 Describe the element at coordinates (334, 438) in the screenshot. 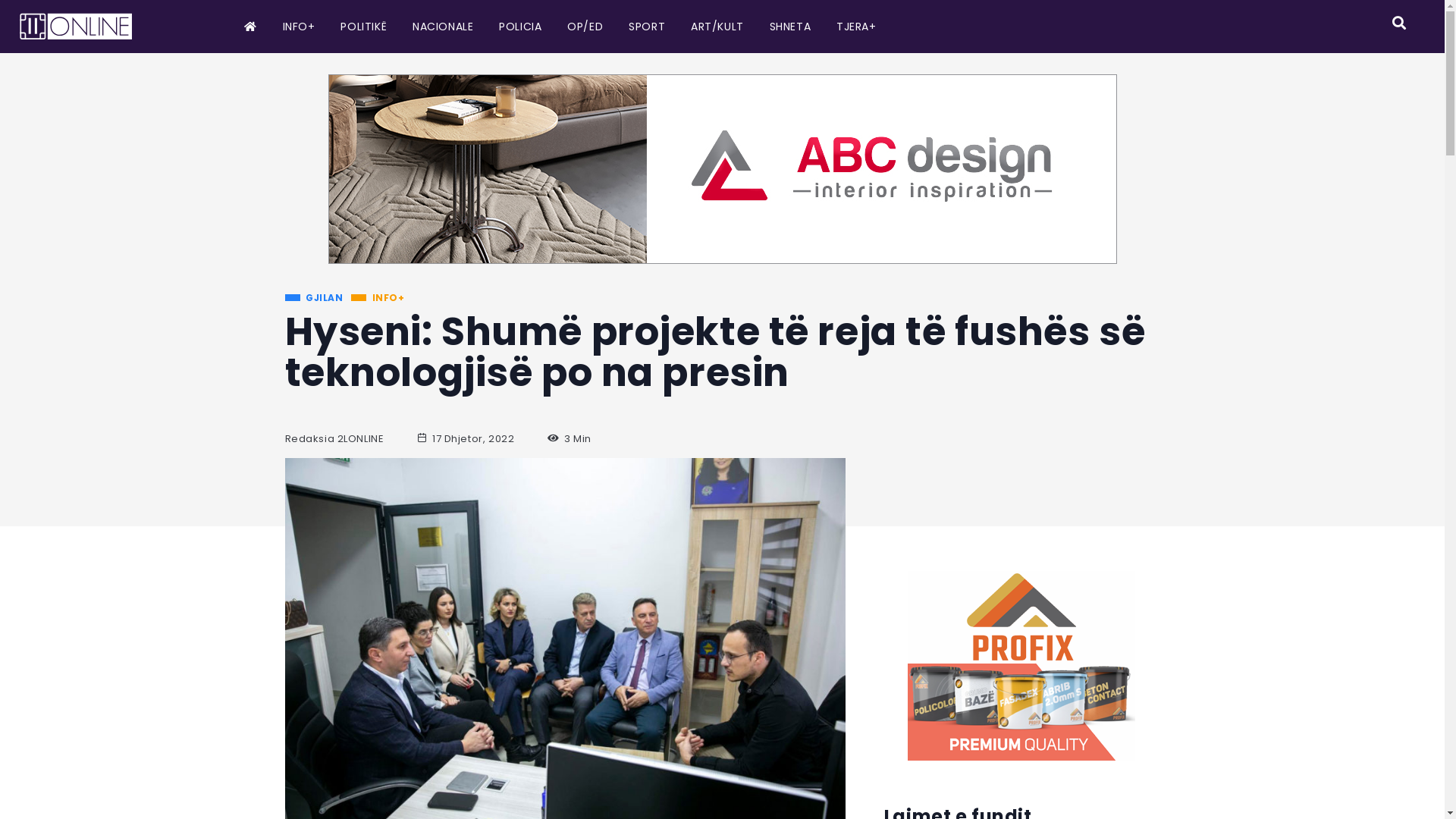

I see `'Redaksia 2LONLINE'` at that location.